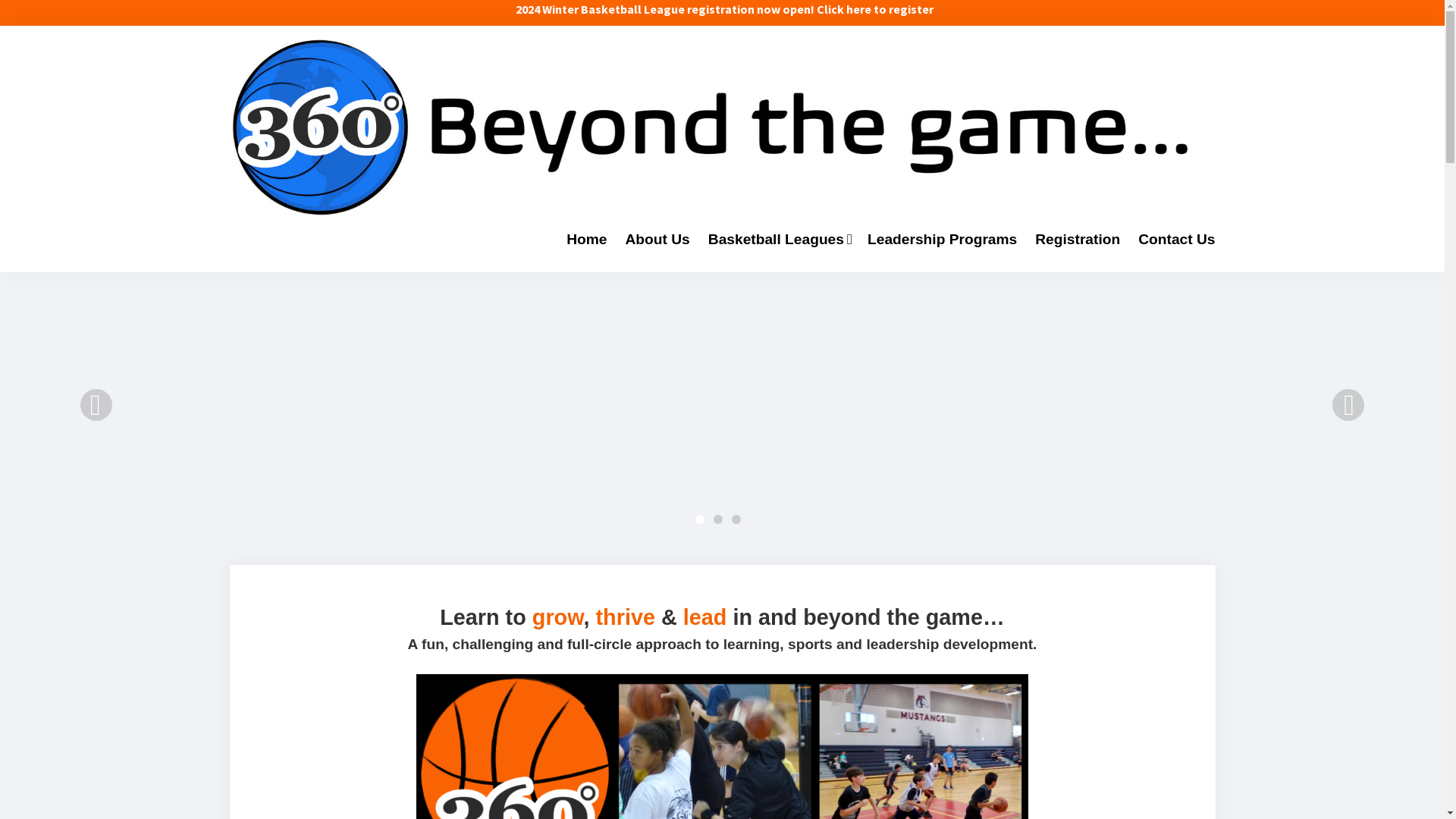  Describe the element at coordinates (585, 239) in the screenshot. I see `'Home'` at that location.